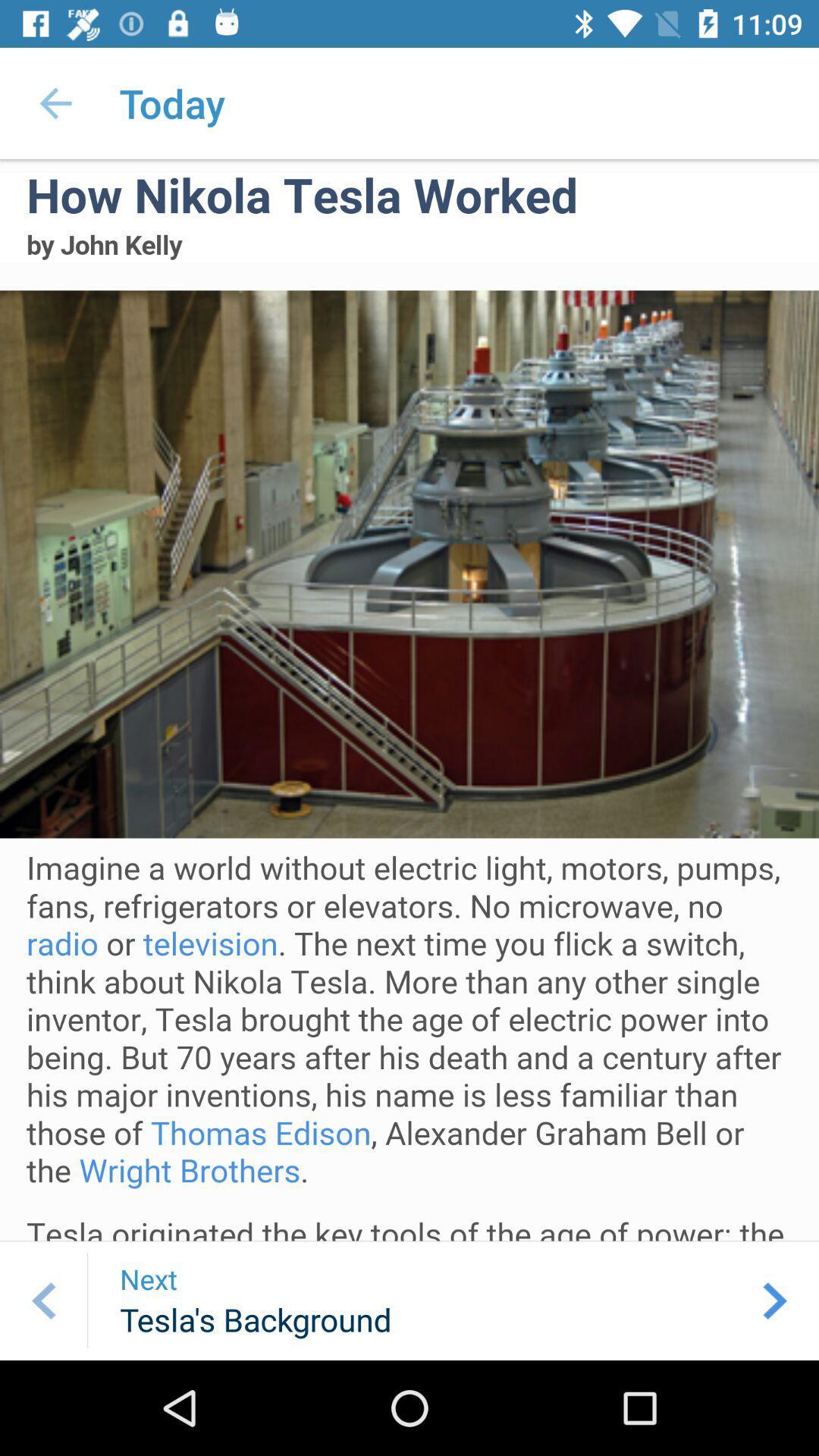 This screenshot has height=1456, width=819. Describe the element at coordinates (42, 1300) in the screenshot. I see `go back` at that location.